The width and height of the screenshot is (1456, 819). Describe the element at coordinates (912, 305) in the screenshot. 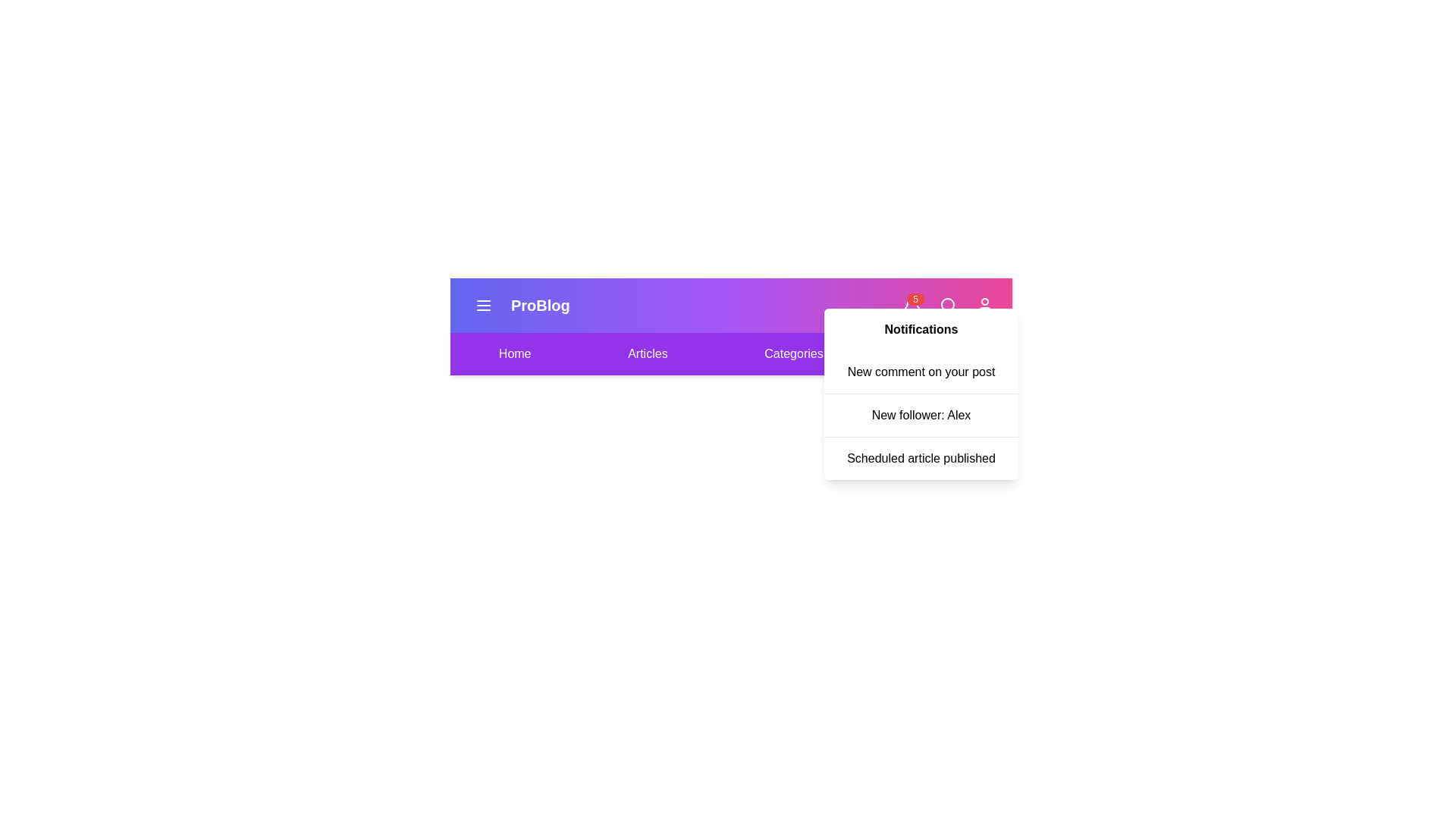

I see `the notifications button to toggle the notifications panel` at that location.